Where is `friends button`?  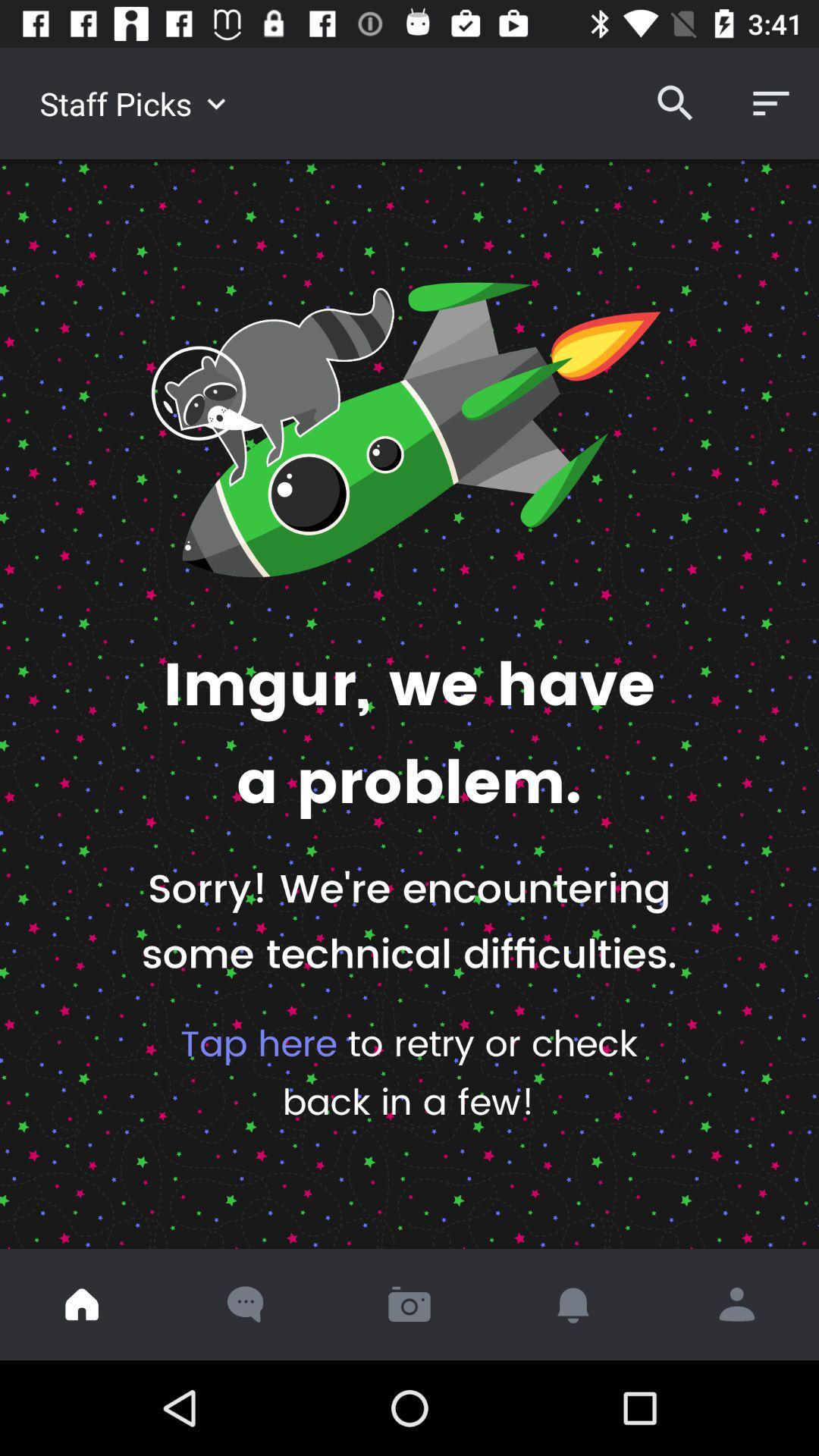
friends button is located at coordinates (736, 1304).